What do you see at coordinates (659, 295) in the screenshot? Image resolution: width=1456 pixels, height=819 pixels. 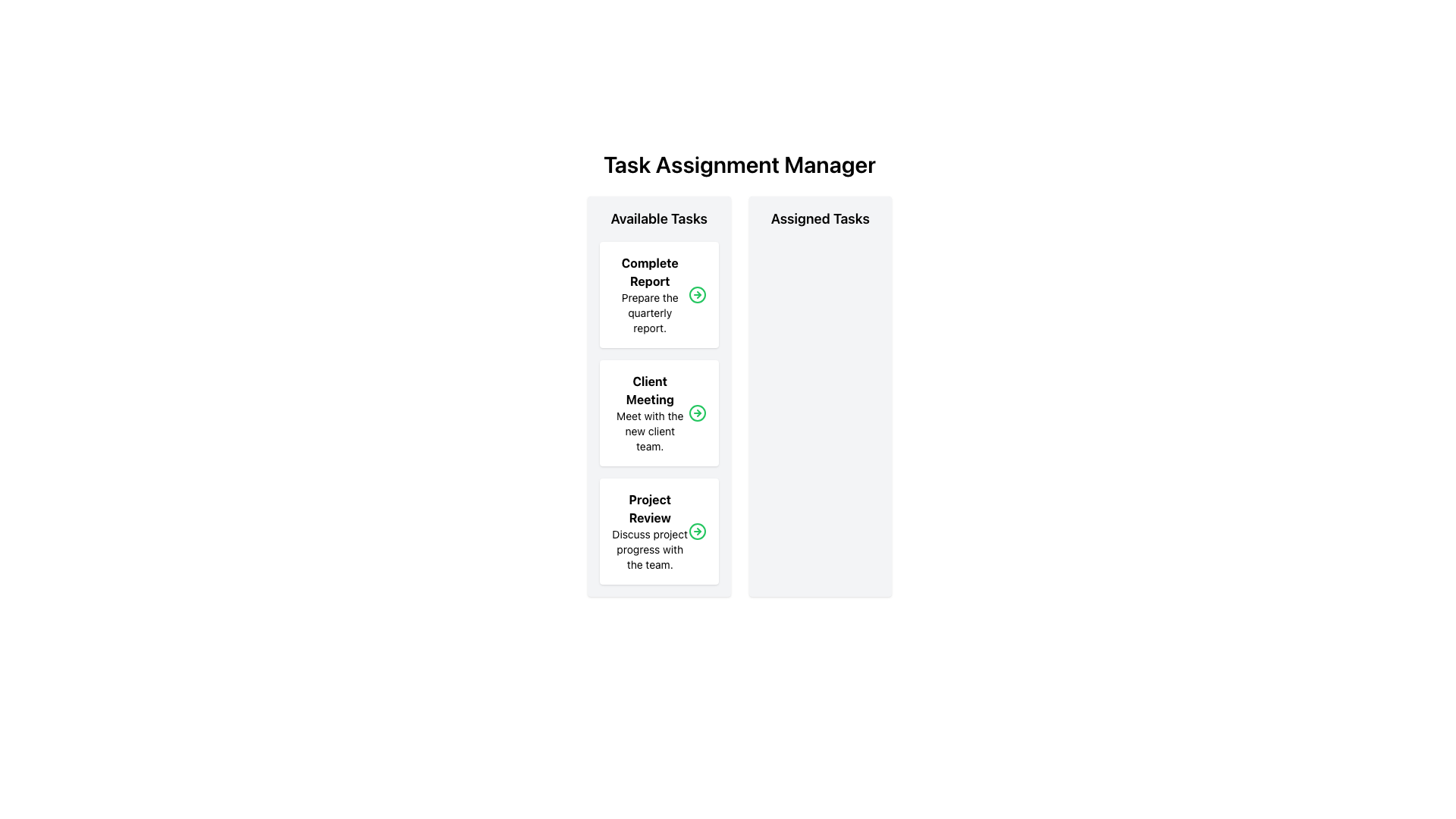 I see `the 'Complete Report' task card, which features bold text and a green circular icon` at bounding box center [659, 295].